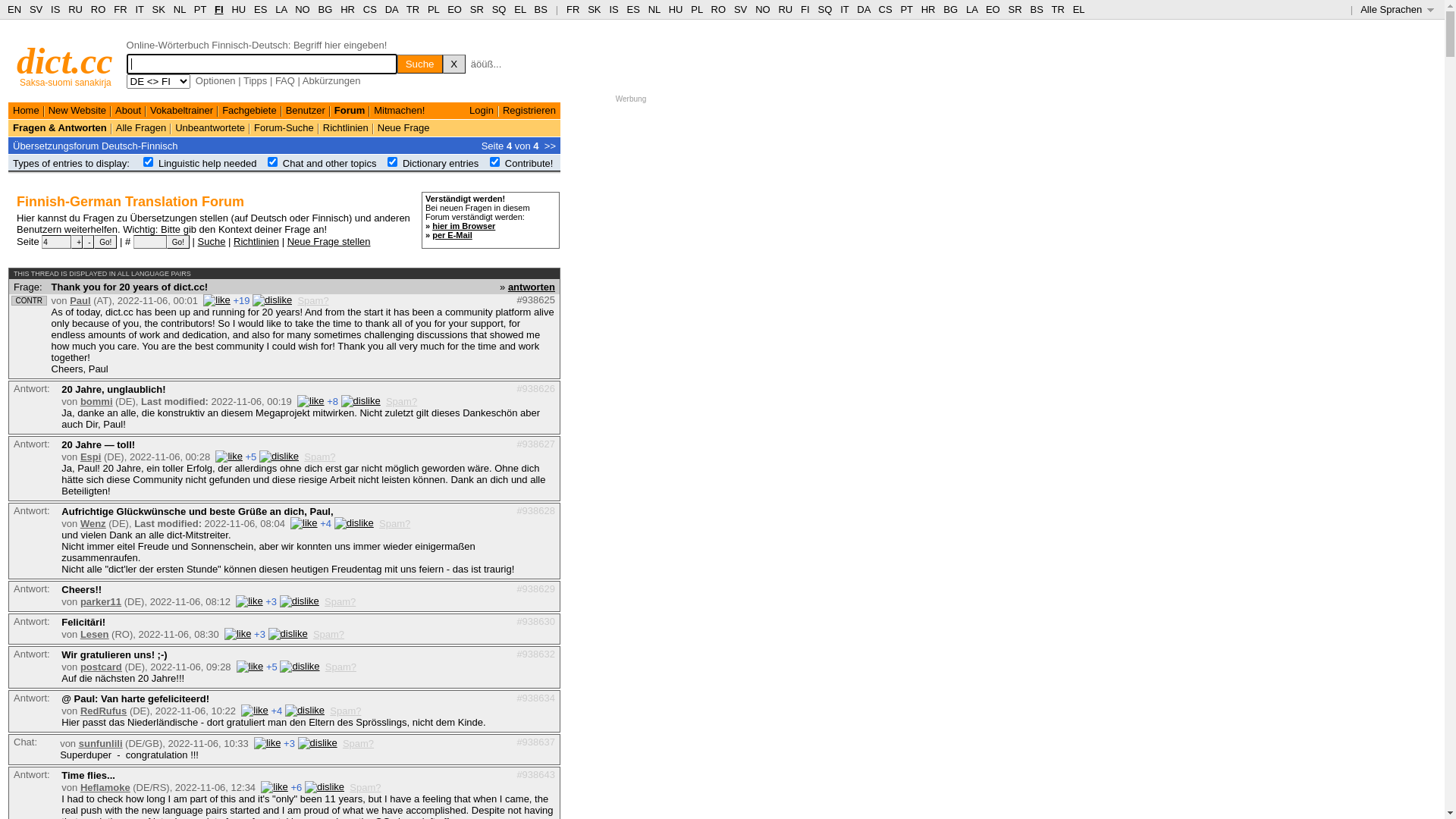 The image size is (1456, 819). Describe the element at coordinates (105, 241) in the screenshot. I see `'Go!'` at that location.